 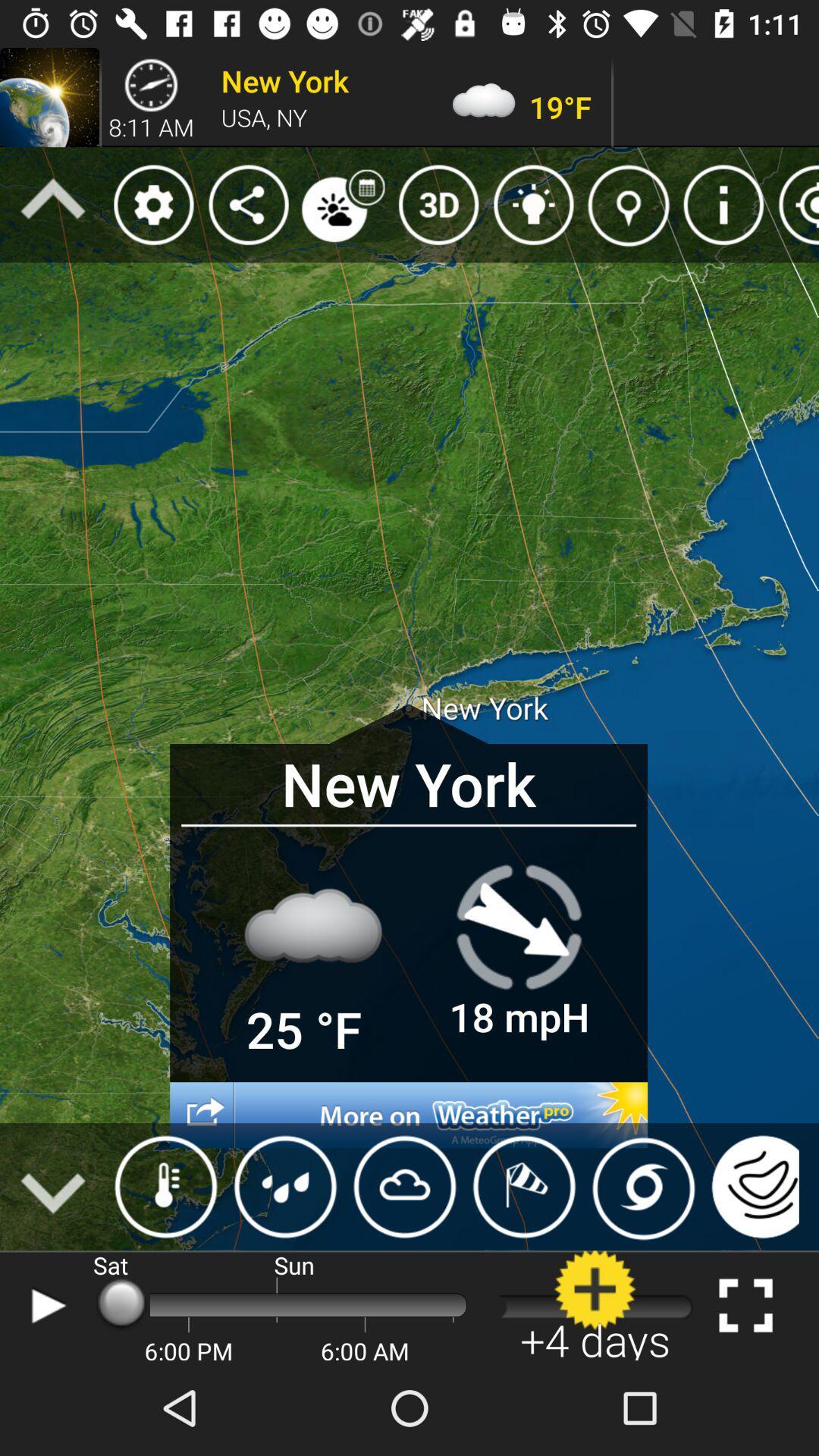 What do you see at coordinates (44, 1304) in the screenshot?
I see `the play icon` at bounding box center [44, 1304].